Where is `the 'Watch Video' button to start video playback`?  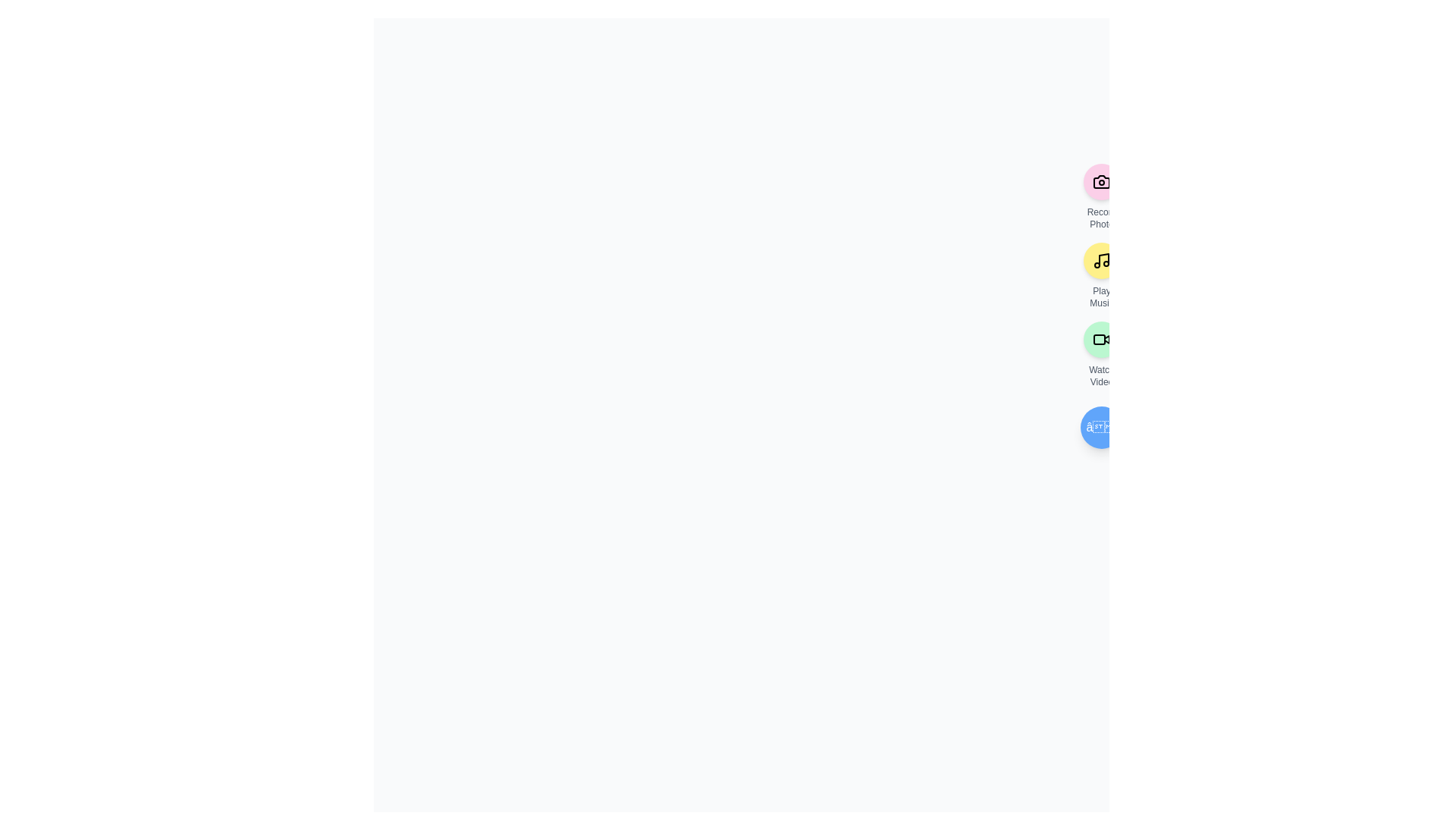 the 'Watch Video' button to start video playback is located at coordinates (1102, 338).